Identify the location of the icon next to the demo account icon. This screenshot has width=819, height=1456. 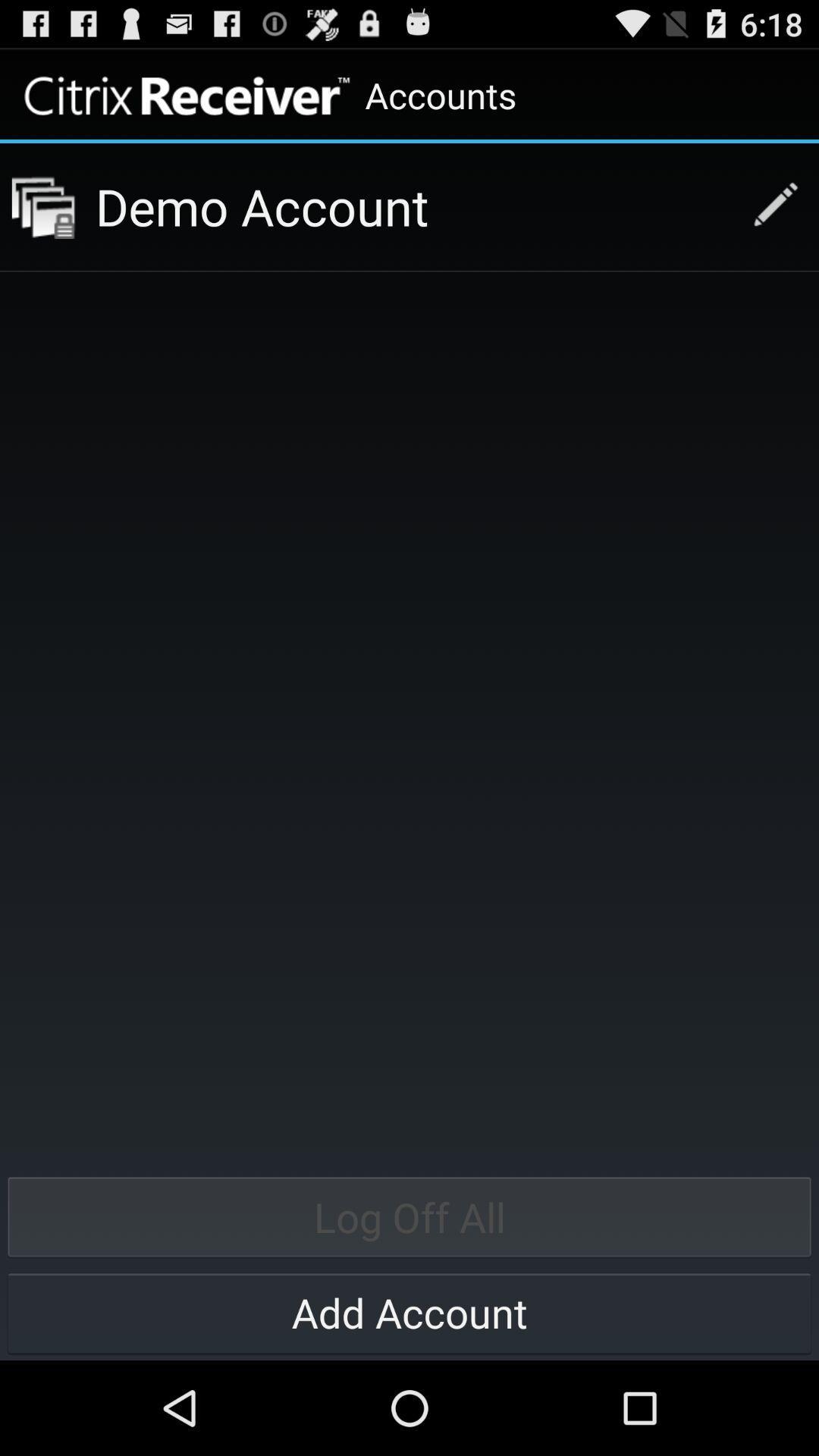
(767, 206).